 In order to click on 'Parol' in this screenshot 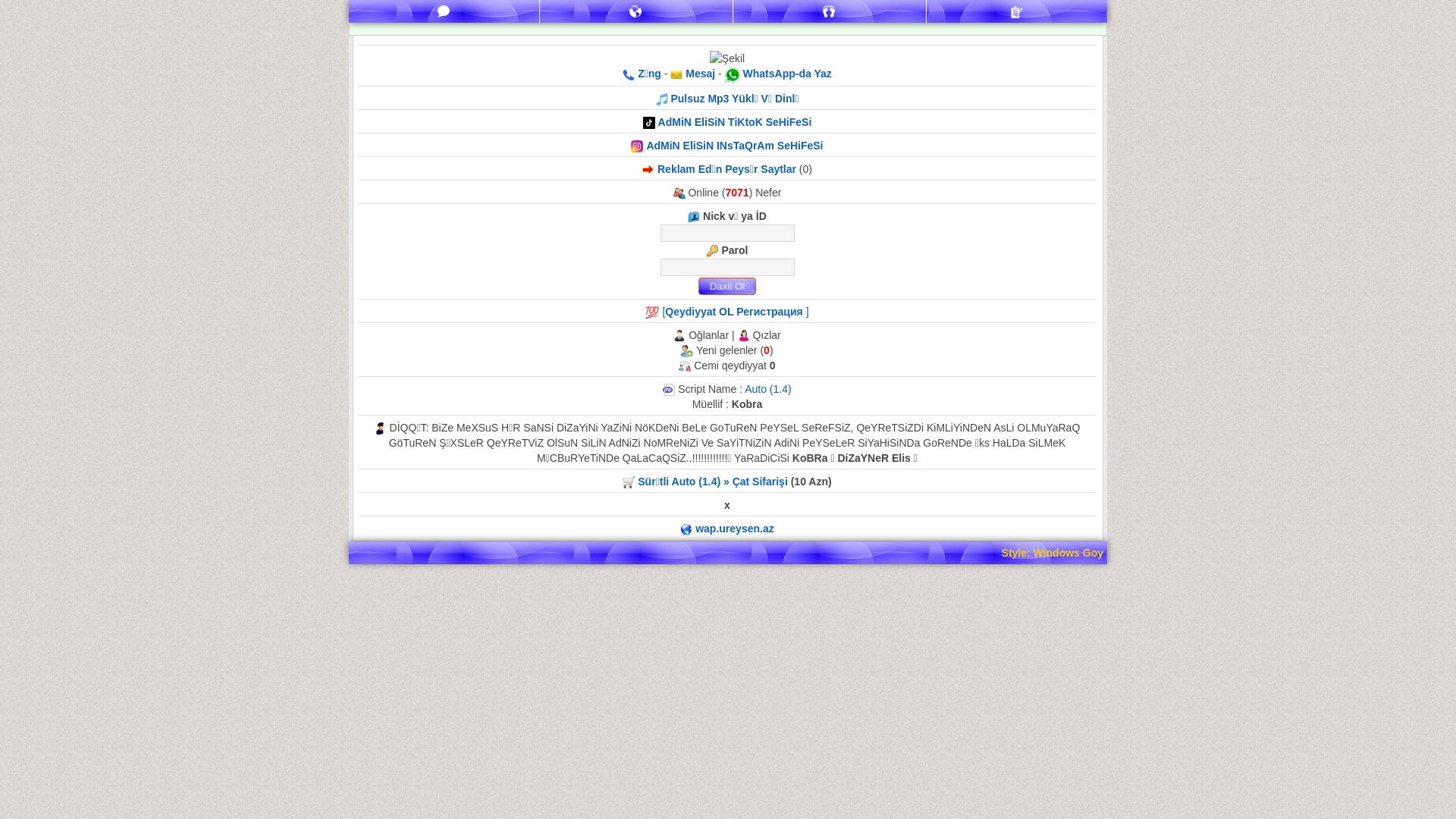, I will do `click(726, 266)`.